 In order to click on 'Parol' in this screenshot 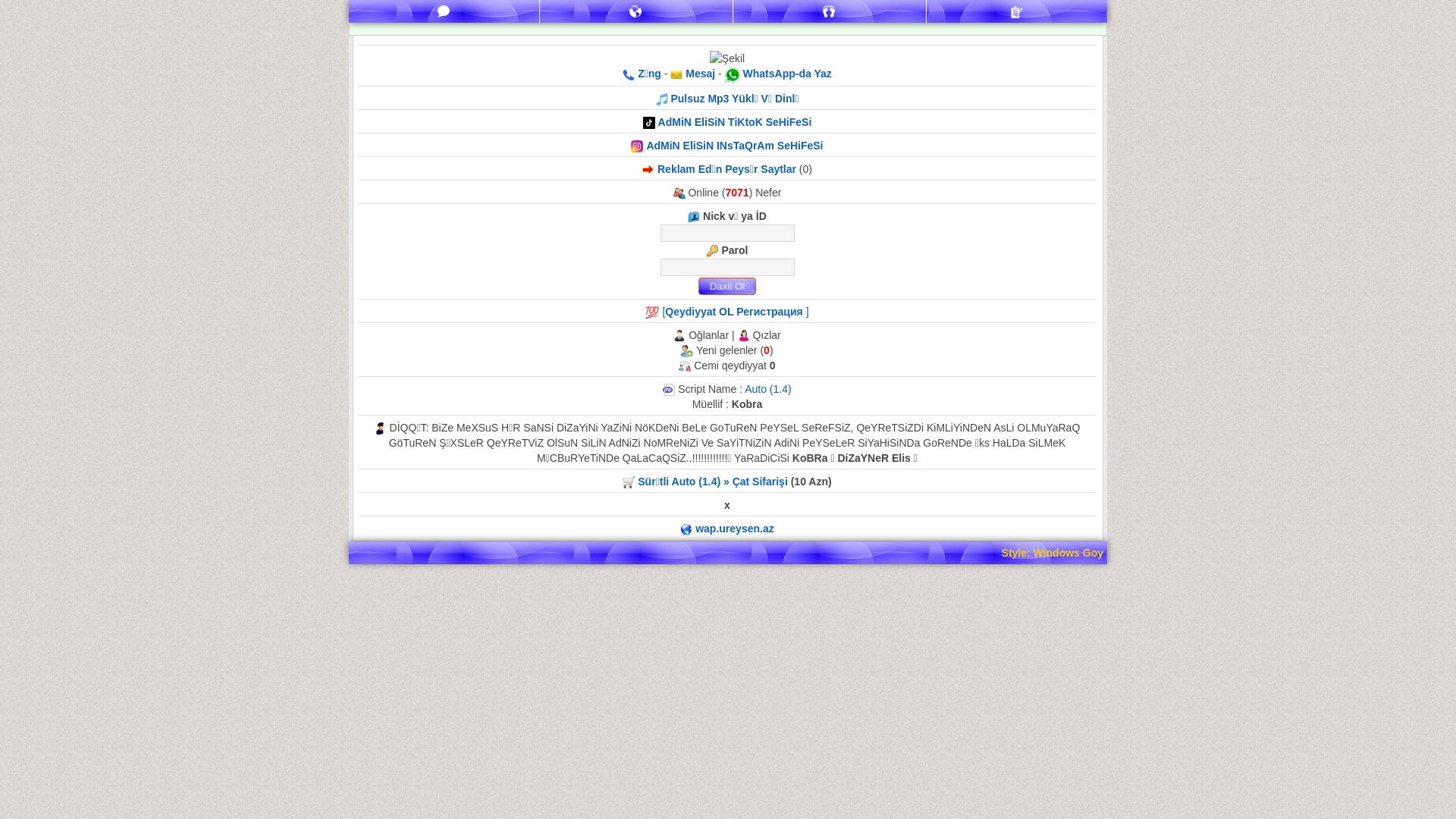, I will do `click(726, 266)`.